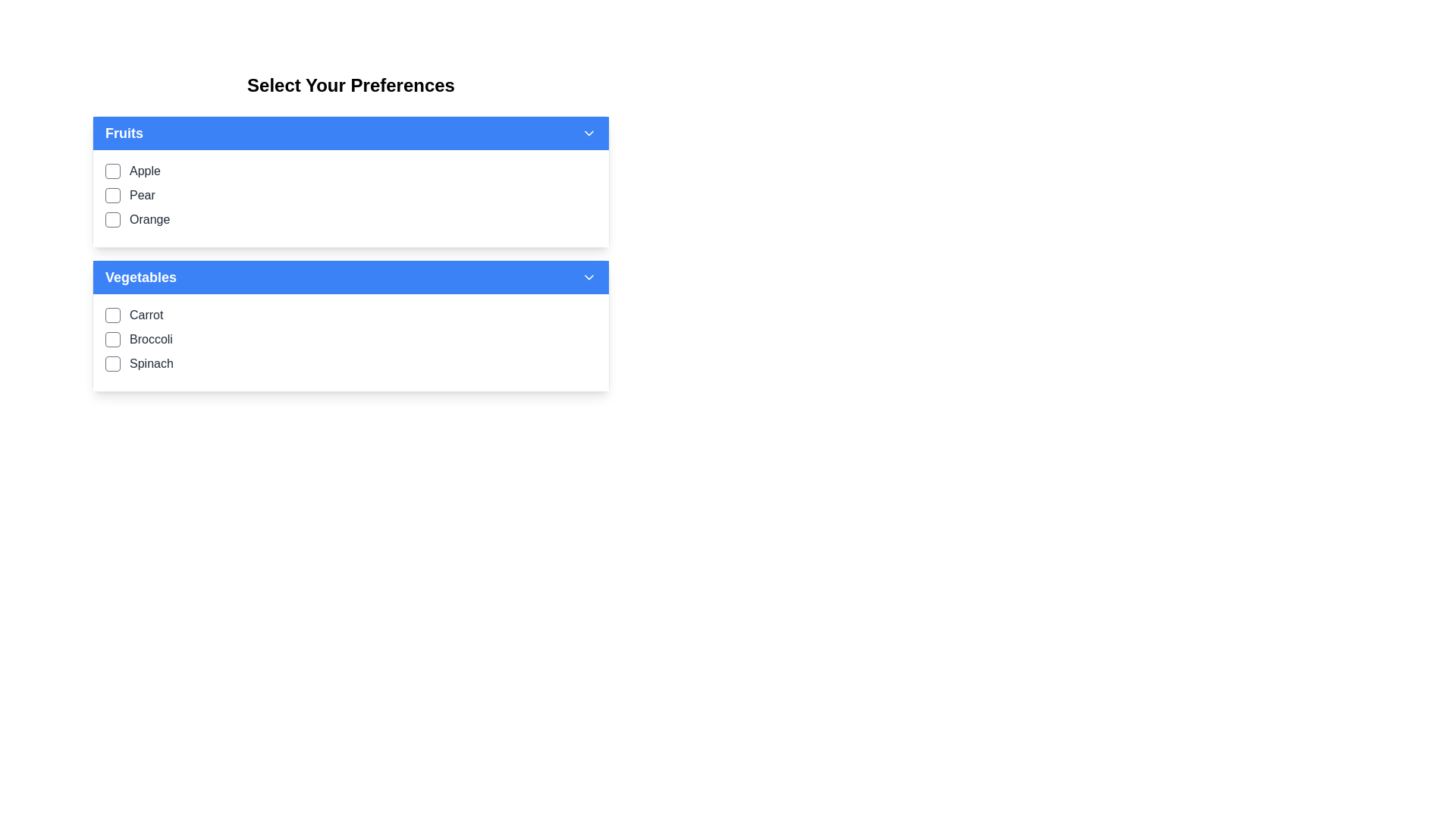 This screenshot has width=1456, height=819. I want to click on the 'Apple' checkbox in the 'Fruits' section, so click(350, 171).